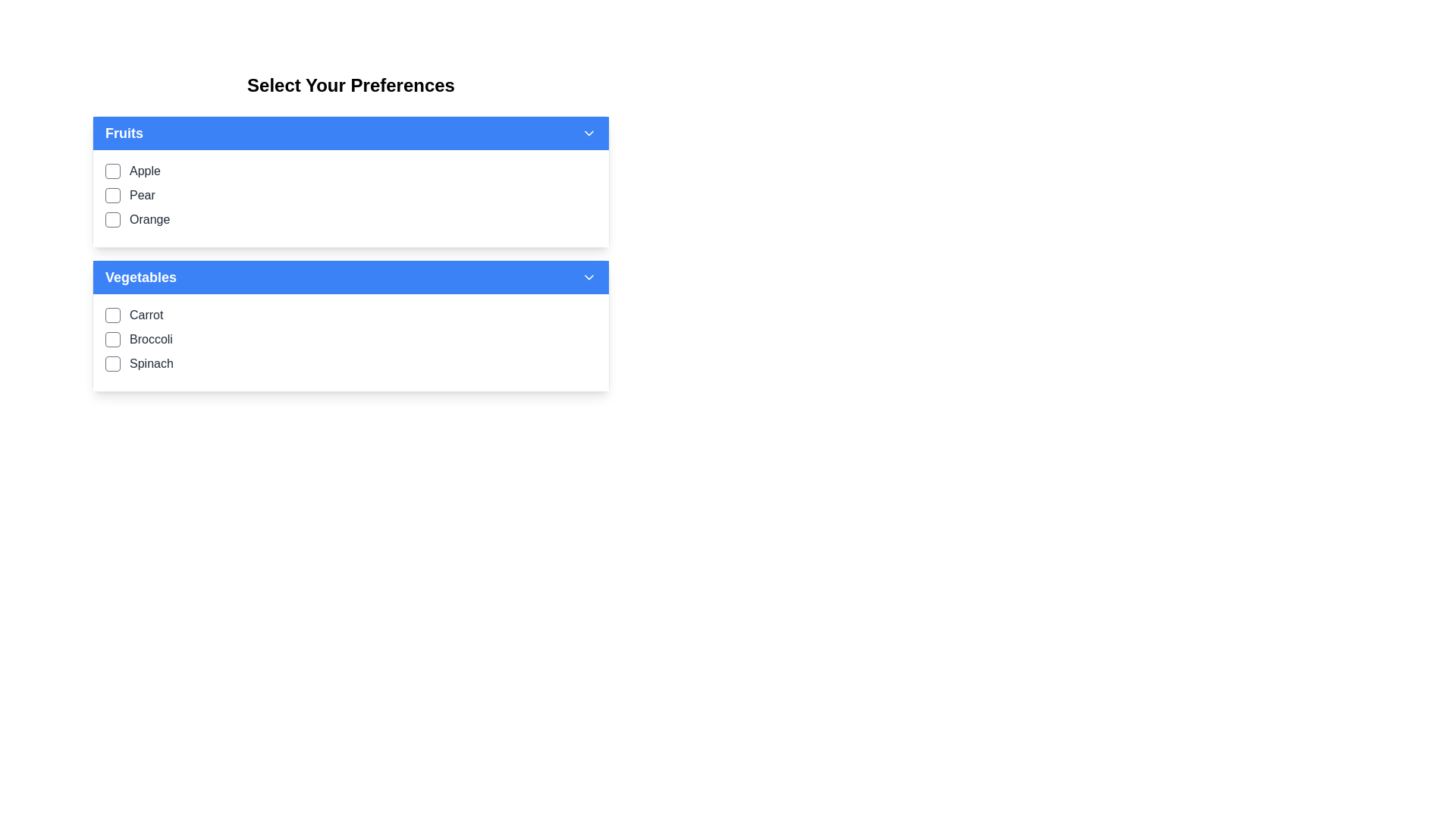 This screenshot has width=1456, height=819. I want to click on the 'Apple' checkbox in the 'Fruits' section, so click(350, 171).